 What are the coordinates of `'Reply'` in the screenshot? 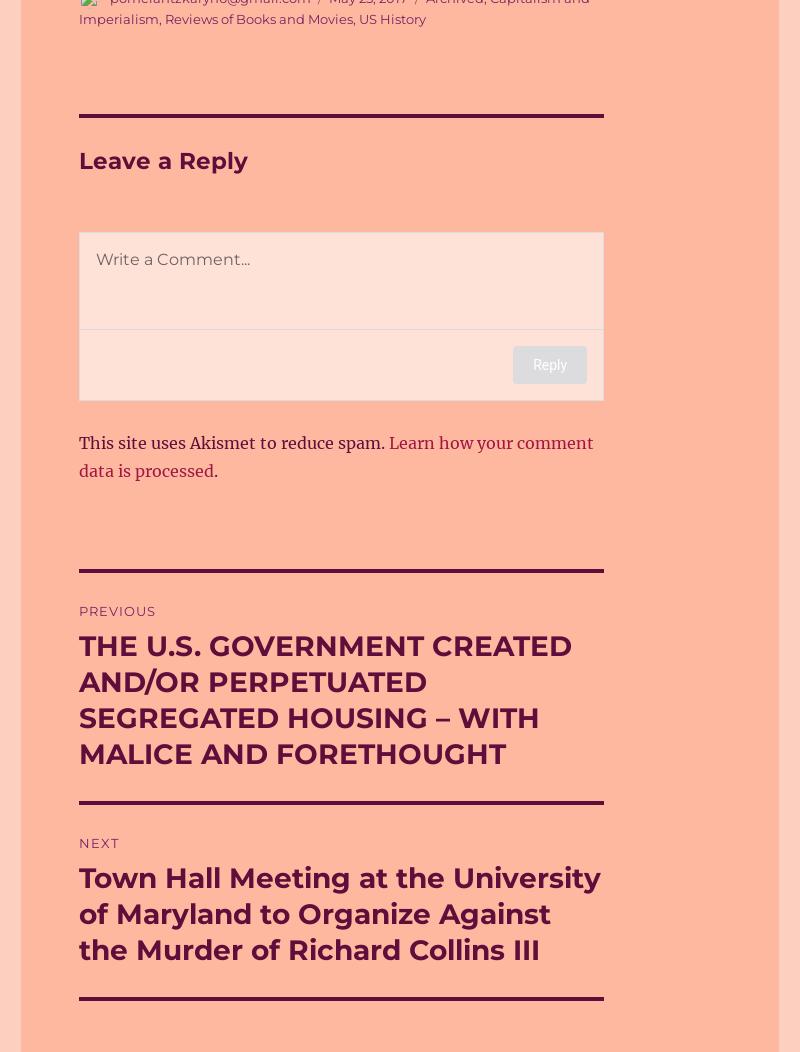 It's located at (532, 363).